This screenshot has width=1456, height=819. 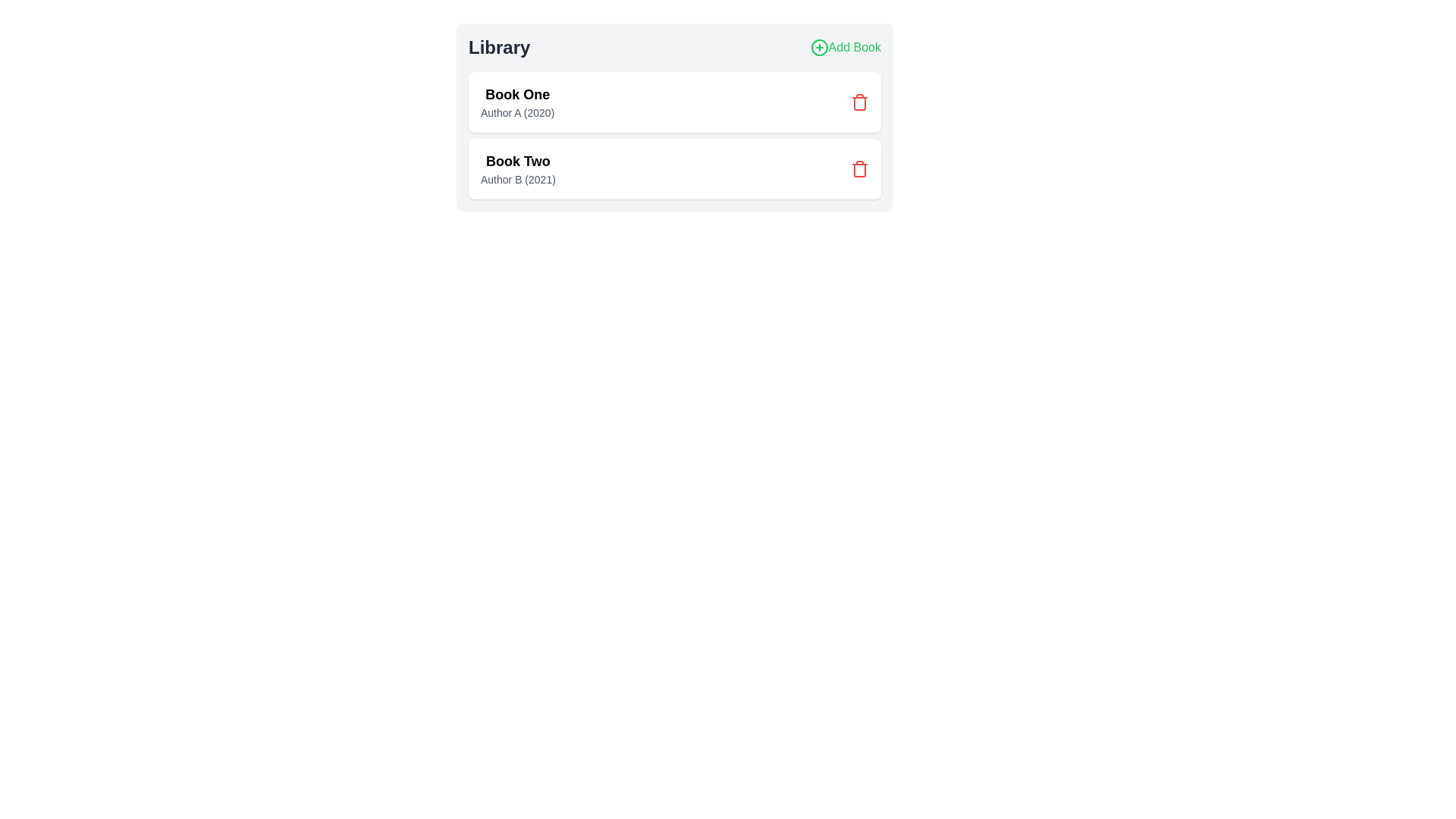 I want to click on the 'Add Book' button, which is a green button with an icon containing a '+' symbol, located in the top-right corner adjacent to the 'Library' title, so click(x=845, y=46).